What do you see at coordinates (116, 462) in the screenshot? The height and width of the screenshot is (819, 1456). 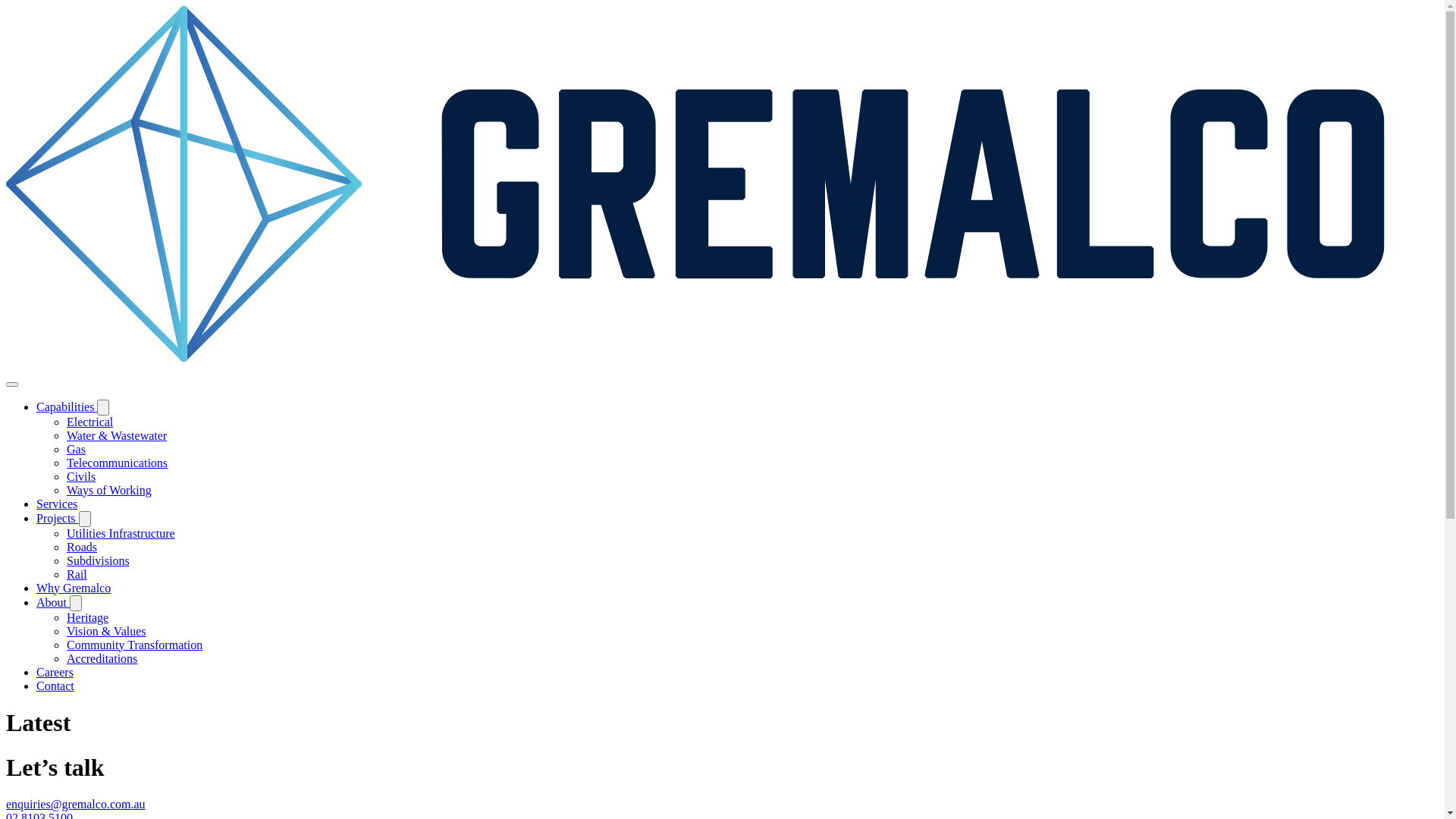 I see `'Telecommunications'` at bounding box center [116, 462].